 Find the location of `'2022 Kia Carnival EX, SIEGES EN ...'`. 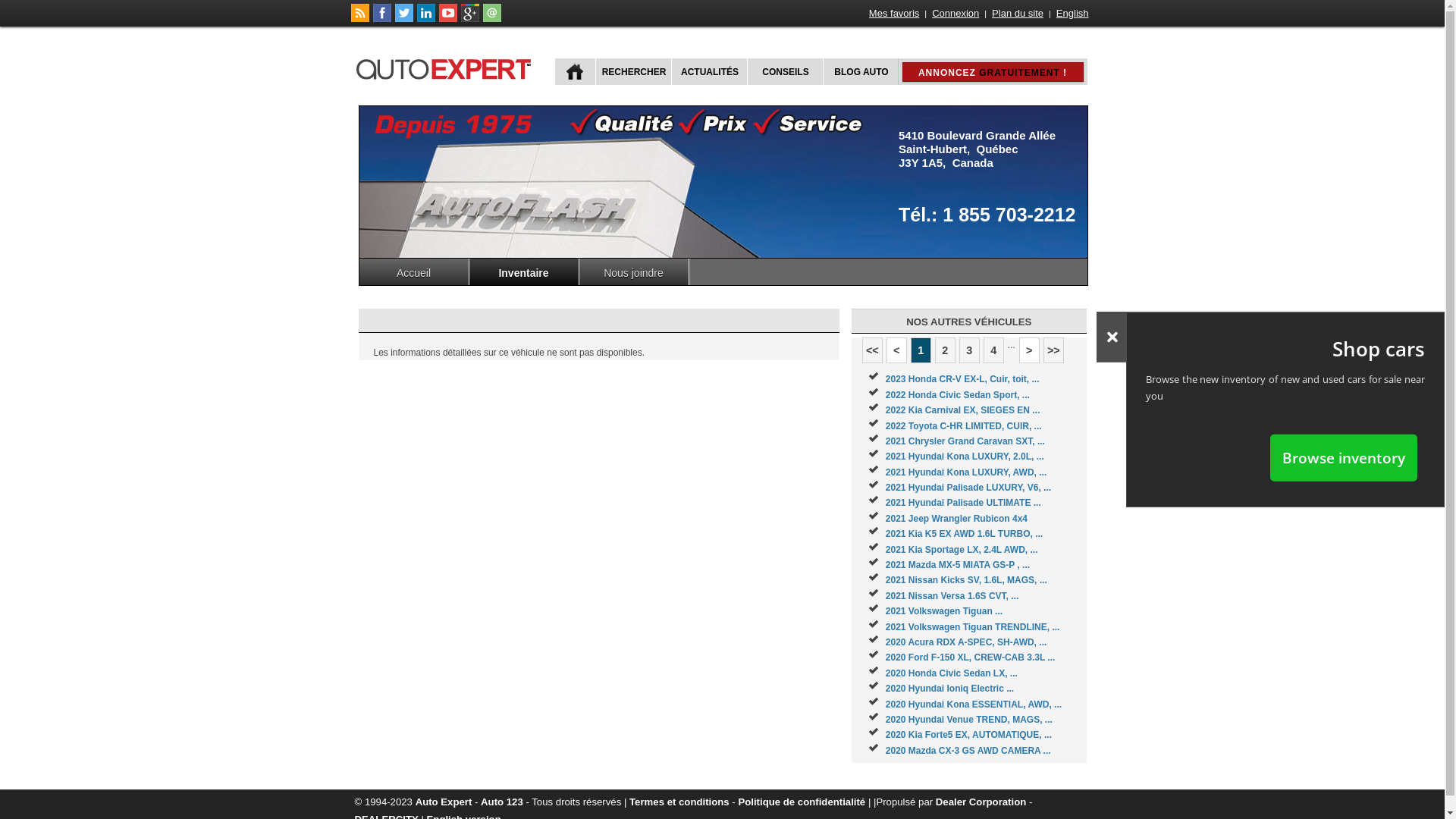

'2022 Kia Carnival EX, SIEGES EN ...' is located at coordinates (885, 409).